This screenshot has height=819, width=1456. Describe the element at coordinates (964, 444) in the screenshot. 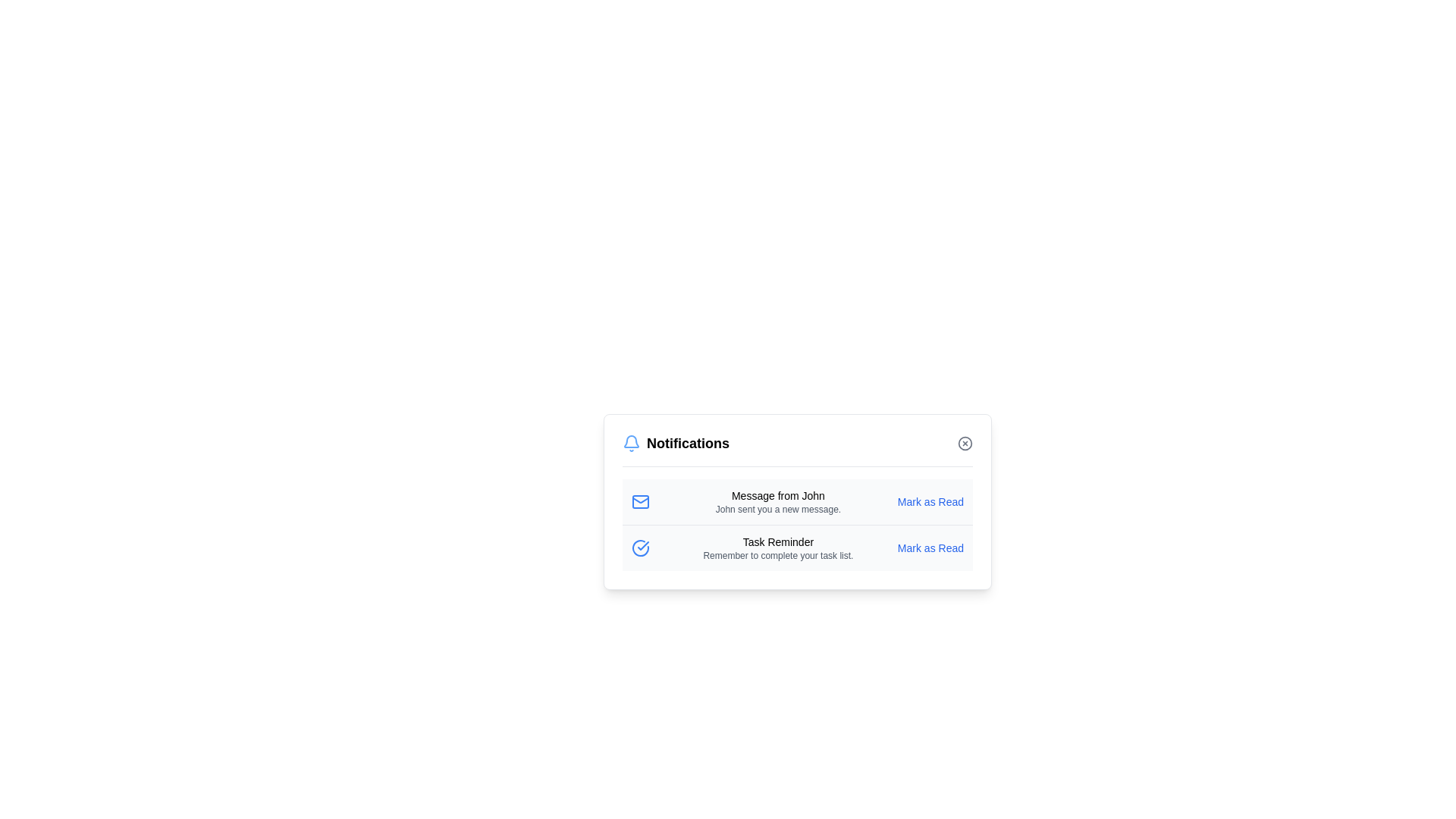

I see `the close button located at the upper-right corner of the 'Notifications' panel` at that location.